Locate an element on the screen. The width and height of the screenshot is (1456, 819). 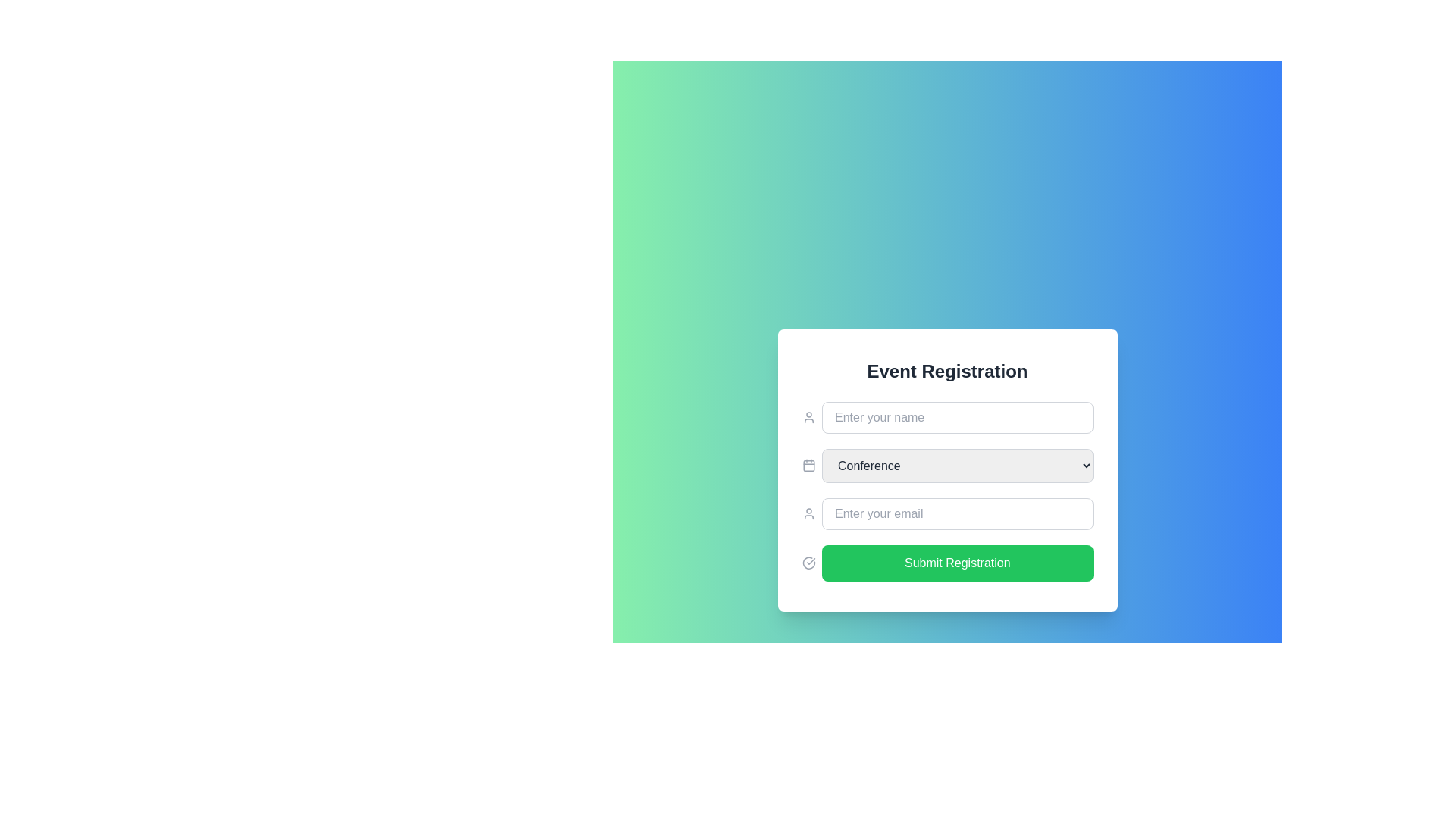
the Dropdown menu located centrally within the form structure is located at coordinates (956, 464).